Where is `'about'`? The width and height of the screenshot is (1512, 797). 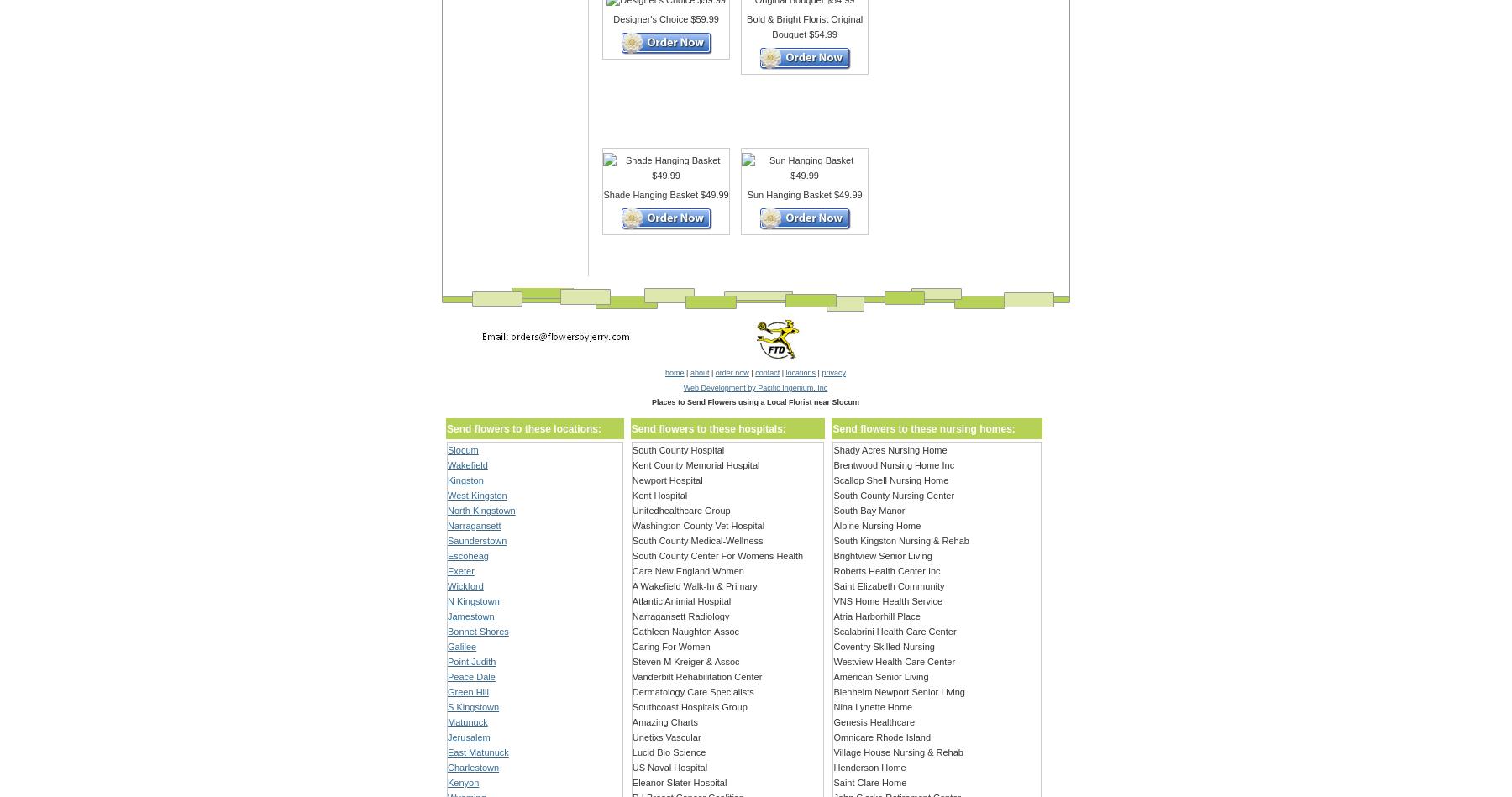
'about' is located at coordinates (699, 373).